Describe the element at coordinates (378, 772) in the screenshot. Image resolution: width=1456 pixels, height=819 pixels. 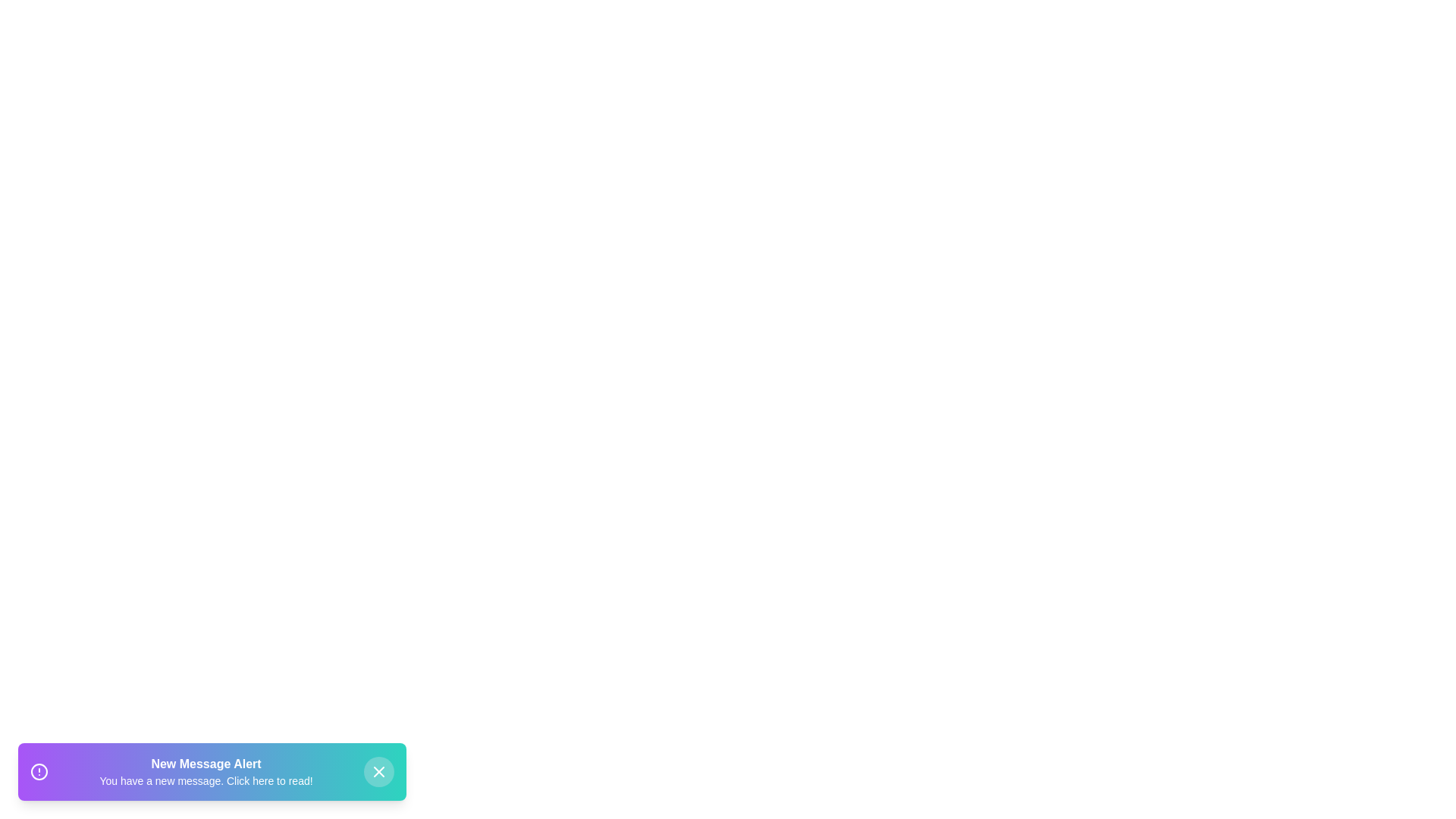
I see `the close button to dismiss the snackbar` at that location.